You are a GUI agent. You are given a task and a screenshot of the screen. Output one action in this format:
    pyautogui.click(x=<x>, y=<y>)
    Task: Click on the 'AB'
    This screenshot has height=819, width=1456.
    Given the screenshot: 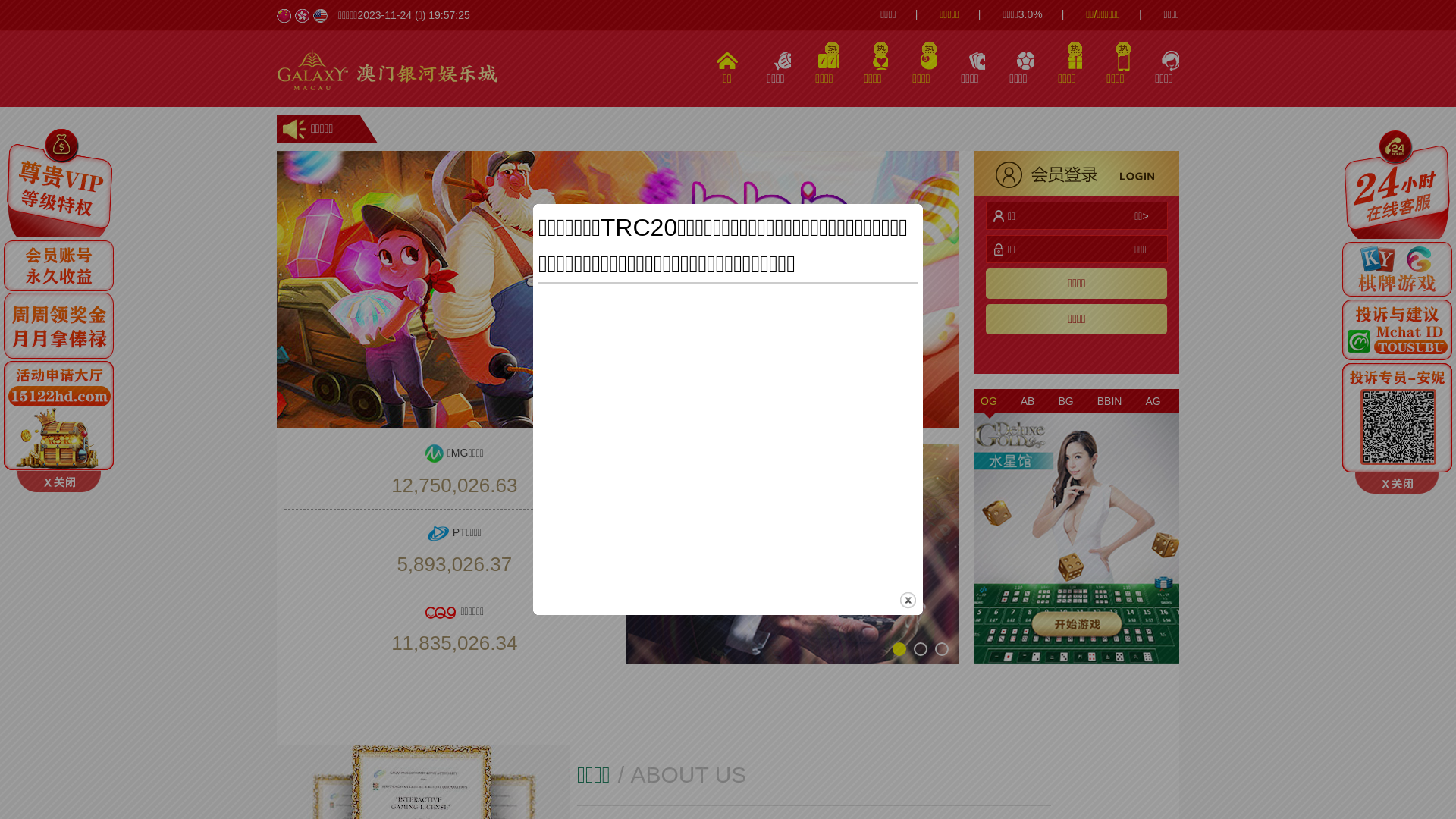 What is the action you would take?
    pyautogui.click(x=1015, y=400)
    